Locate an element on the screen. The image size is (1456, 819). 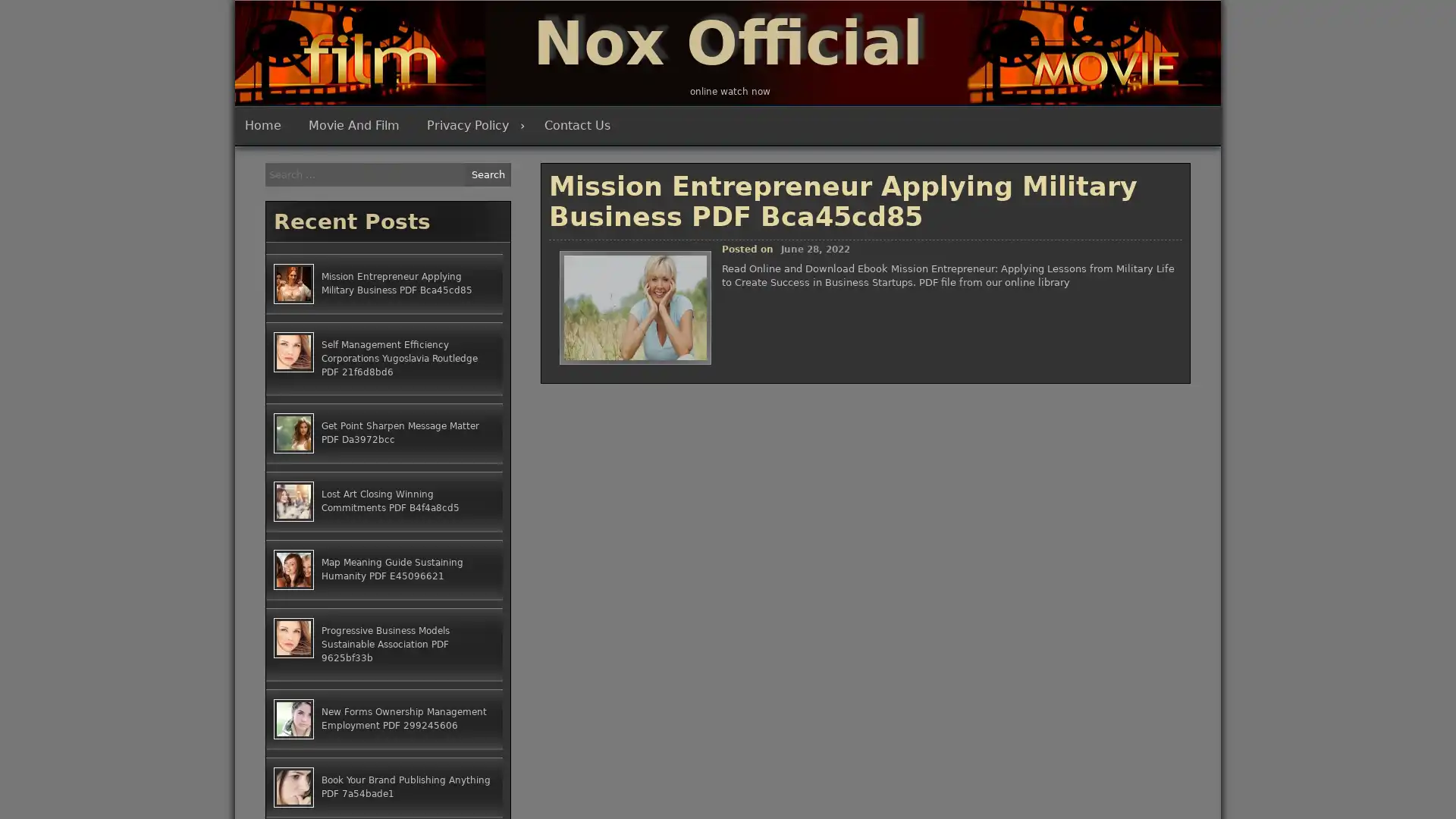
Search is located at coordinates (488, 174).